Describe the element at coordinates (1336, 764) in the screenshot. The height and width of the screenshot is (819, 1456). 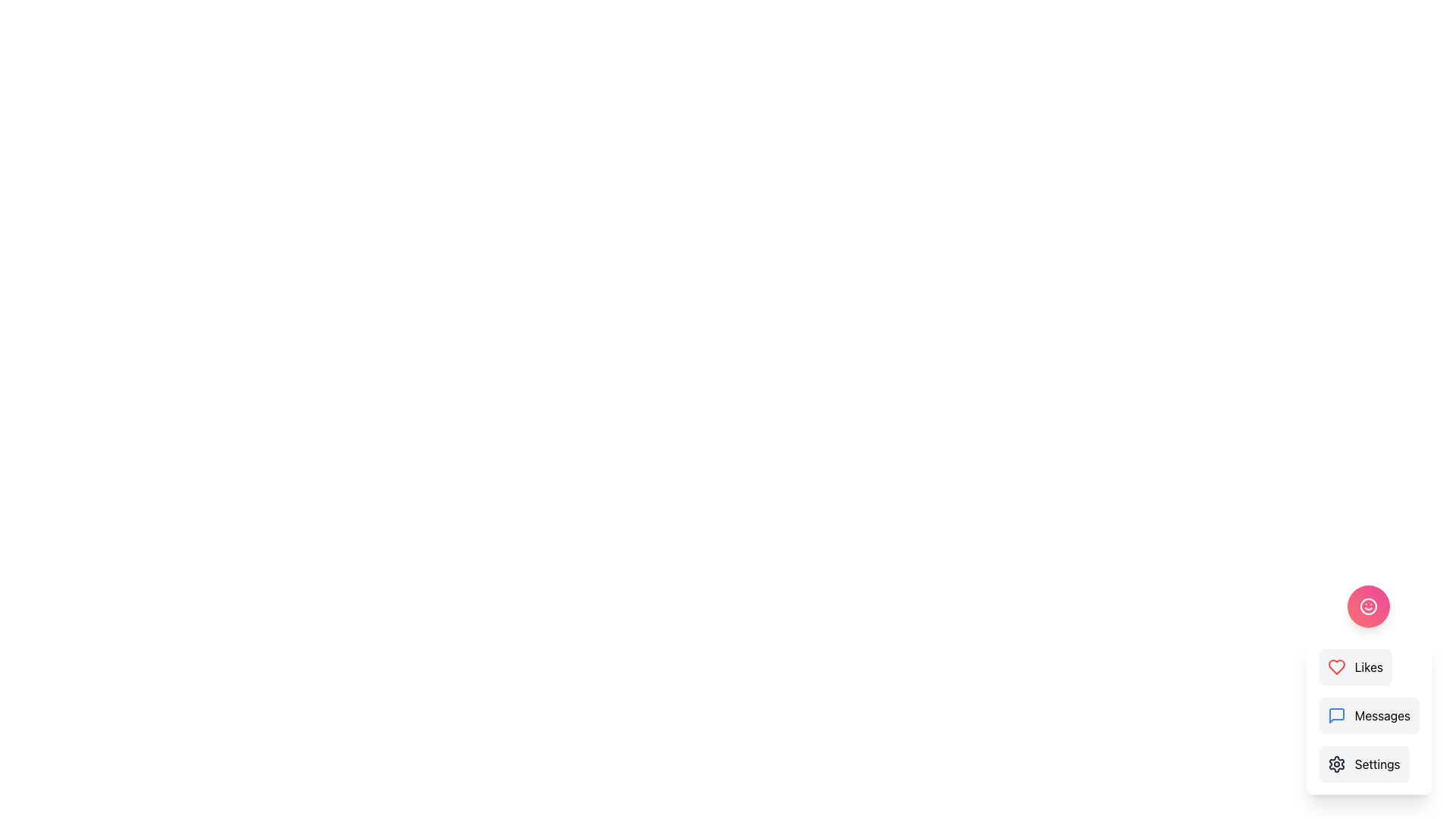
I see `the settings icon located at the bottom-right corner of the panel, which is the last entry in the vertical list containing 'Likes,' 'Messages,' and 'Settings,'` at that location.